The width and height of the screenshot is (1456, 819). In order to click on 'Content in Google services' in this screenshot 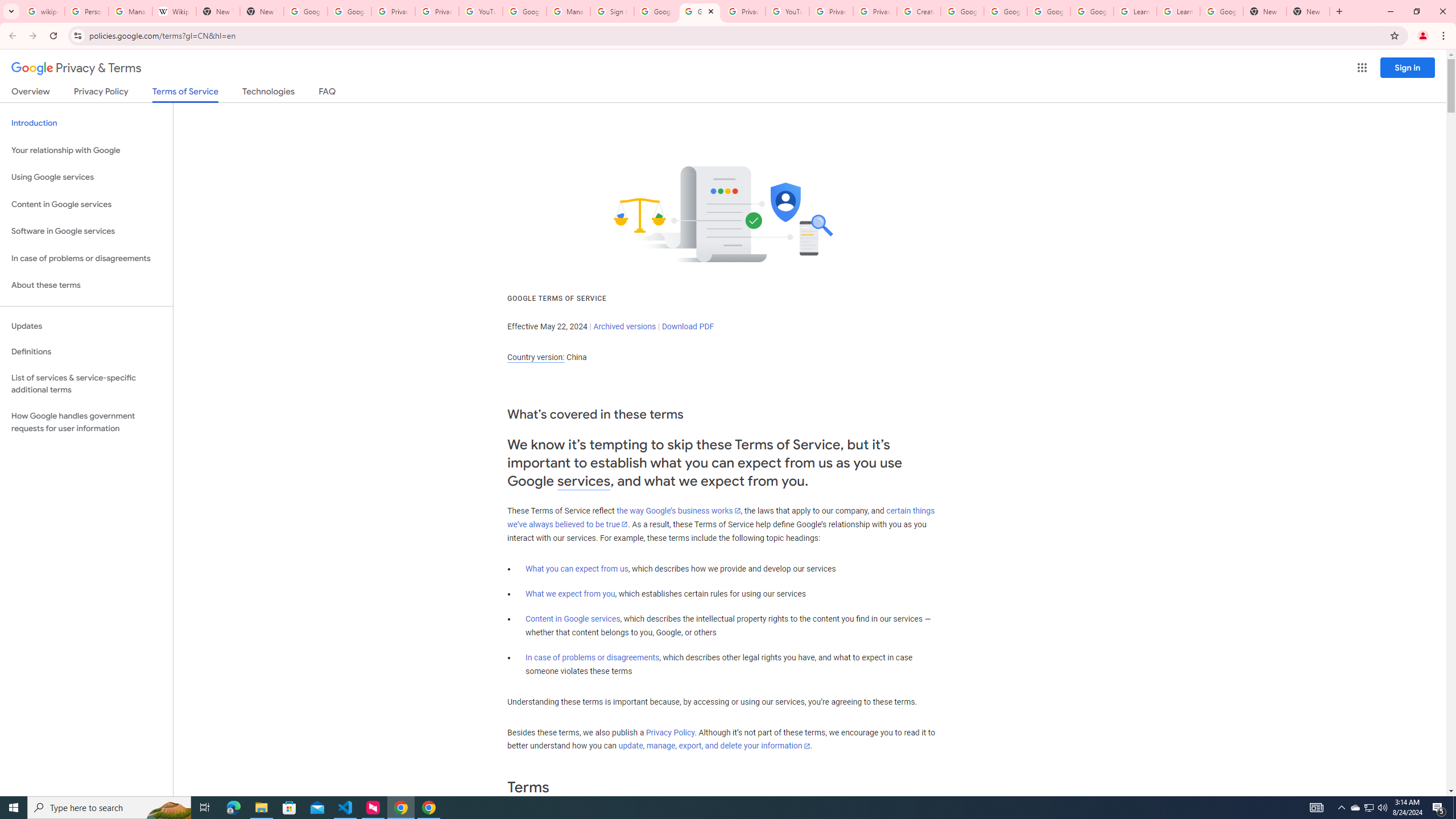, I will do `click(572, 618)`.